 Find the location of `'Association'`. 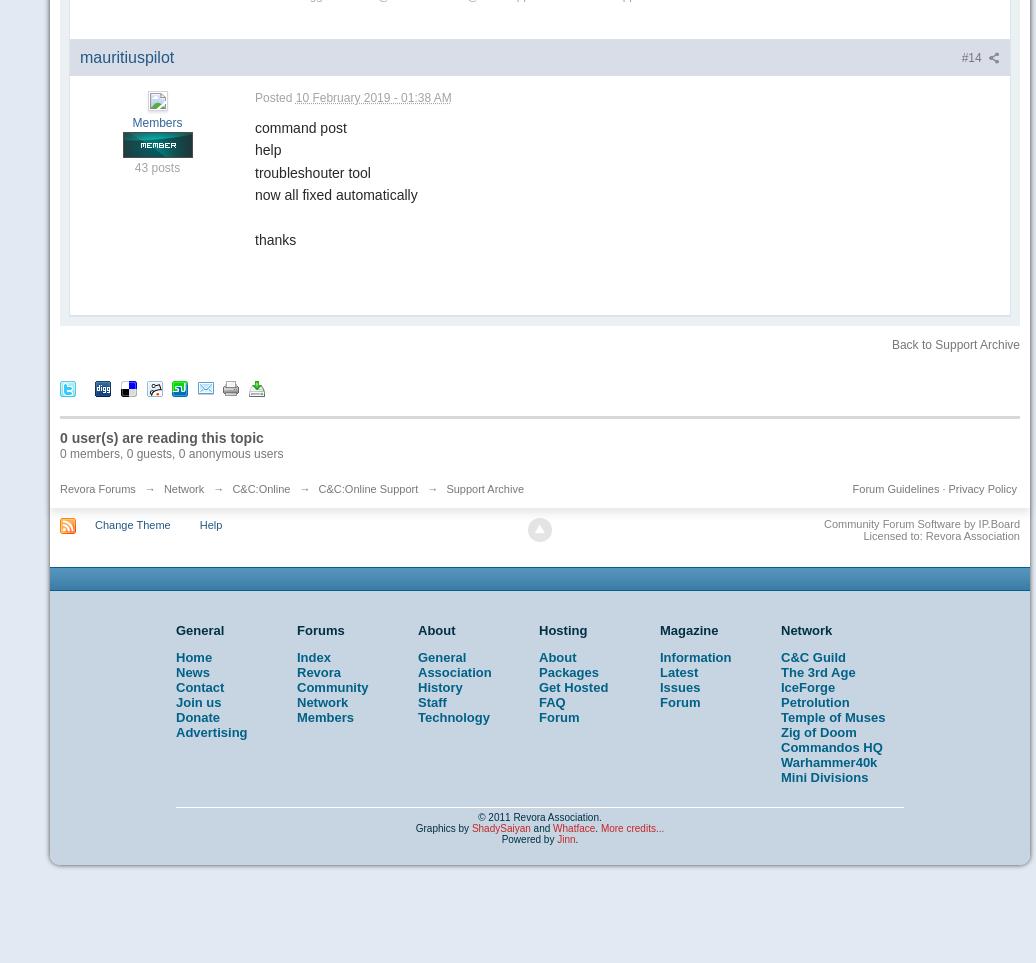

'Association' is located at coordinates (454, 672).